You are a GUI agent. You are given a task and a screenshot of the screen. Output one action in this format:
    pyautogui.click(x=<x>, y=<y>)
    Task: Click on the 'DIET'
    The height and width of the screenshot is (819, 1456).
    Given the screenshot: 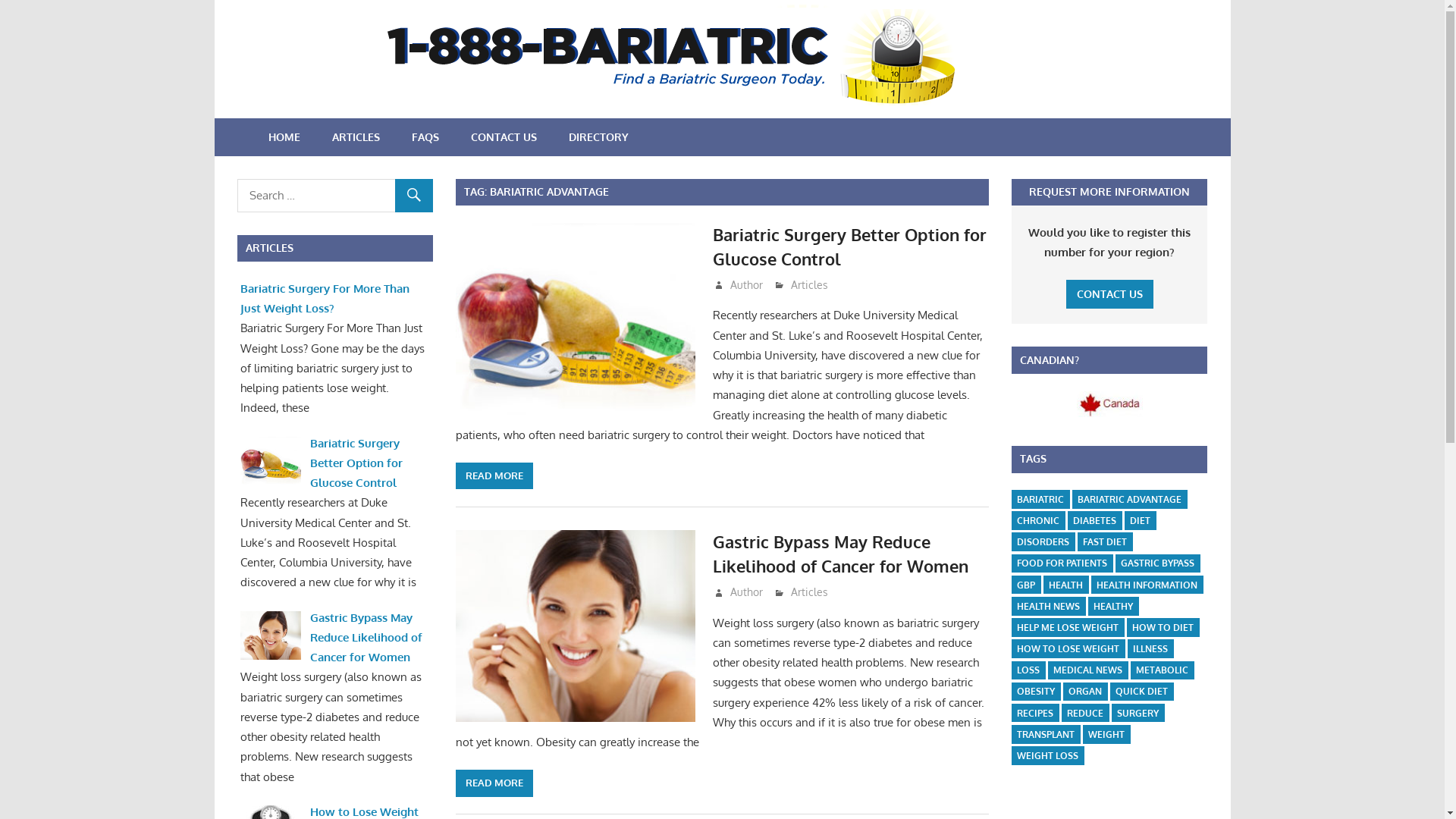 What is the action you would take?
    pyautogui.click(x=1140, y=519)
    